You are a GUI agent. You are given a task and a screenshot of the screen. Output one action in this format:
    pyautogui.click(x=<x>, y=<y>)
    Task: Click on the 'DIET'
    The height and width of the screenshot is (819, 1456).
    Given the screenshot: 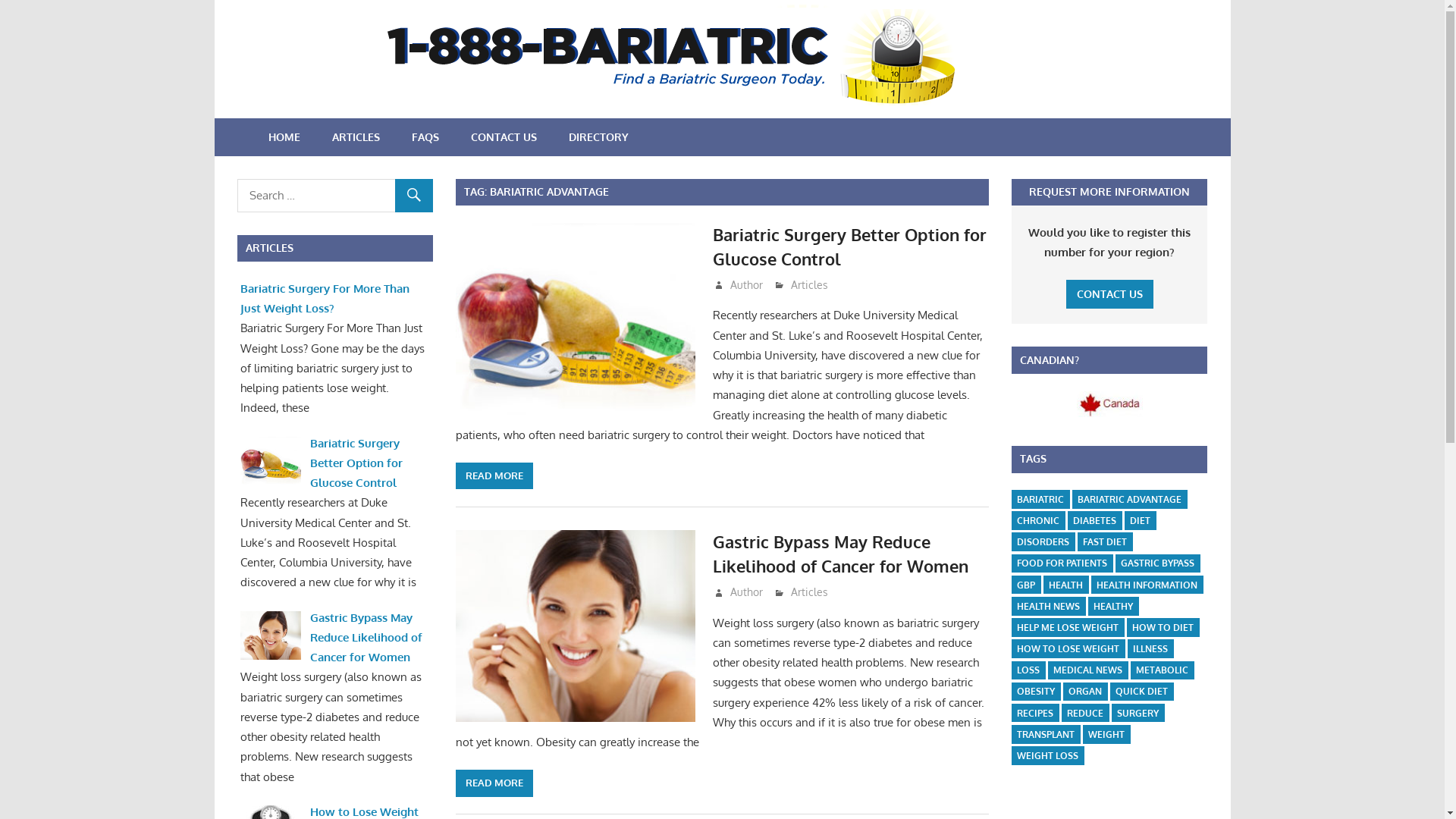 What is the action you would take?
    pyautogui.click(x=1140, y=519)
    